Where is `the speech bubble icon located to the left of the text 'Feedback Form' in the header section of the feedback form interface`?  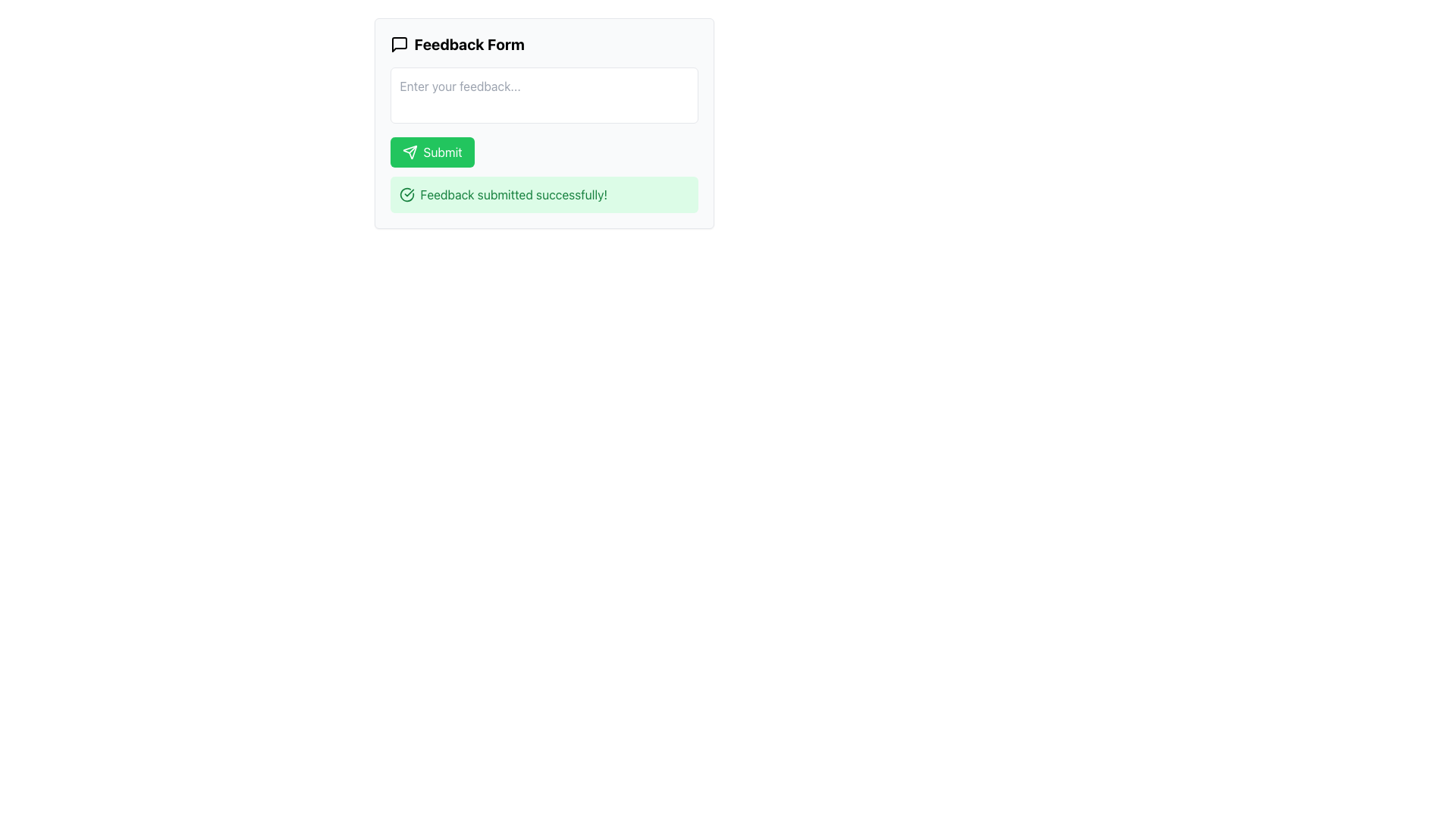 the speech bubble icon located to the left of the text 'Feedback Form' in the header section of the feedback form interface is located at coordinates (399, 43).